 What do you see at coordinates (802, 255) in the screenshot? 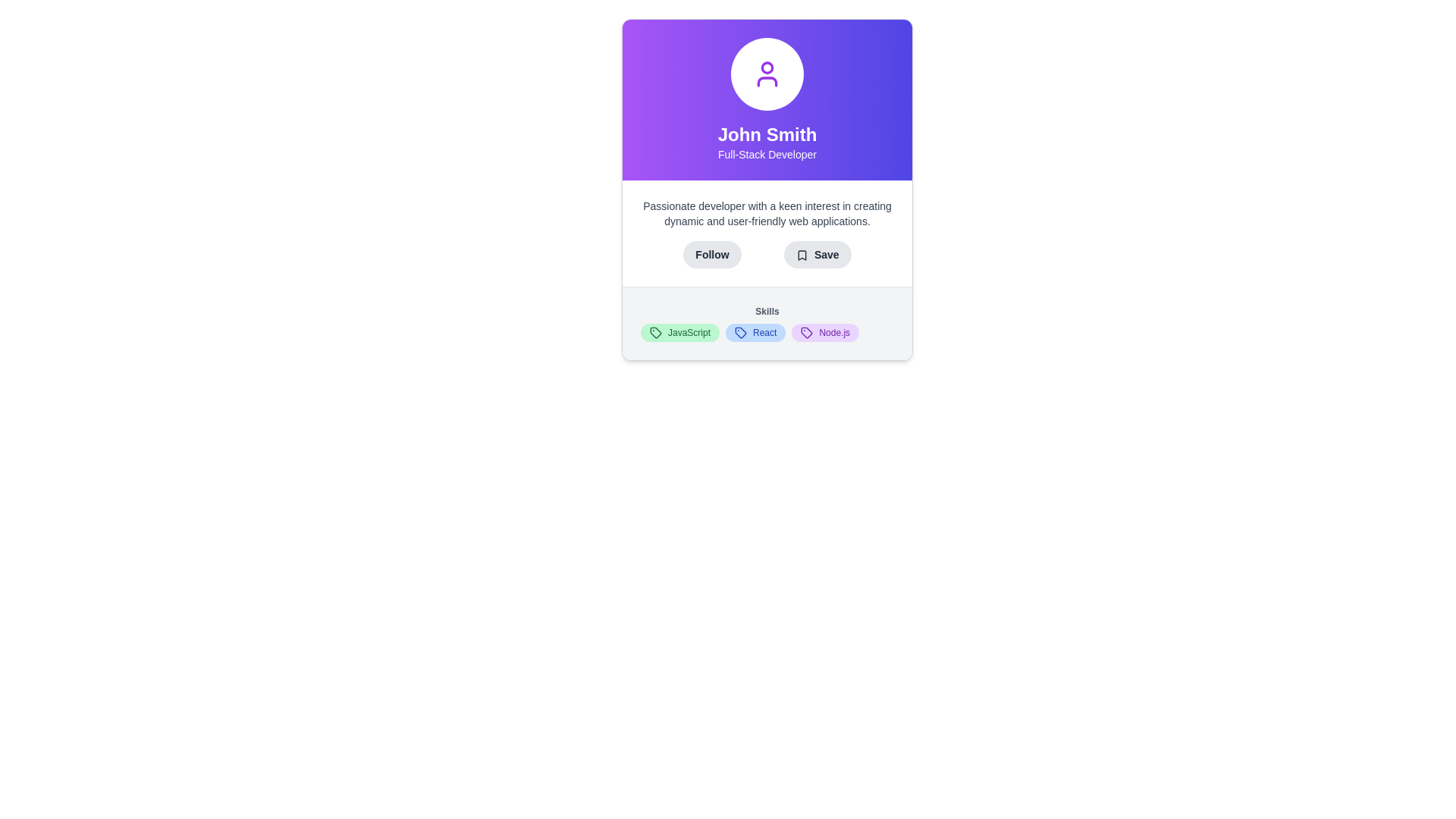
I see `the bookmark icon, which is an SVG graphic styled with a 'V' shape at the top of a hollow rectangular shape, located next to the 'Save' button in the user profile card` at bounding box center [802, 255].